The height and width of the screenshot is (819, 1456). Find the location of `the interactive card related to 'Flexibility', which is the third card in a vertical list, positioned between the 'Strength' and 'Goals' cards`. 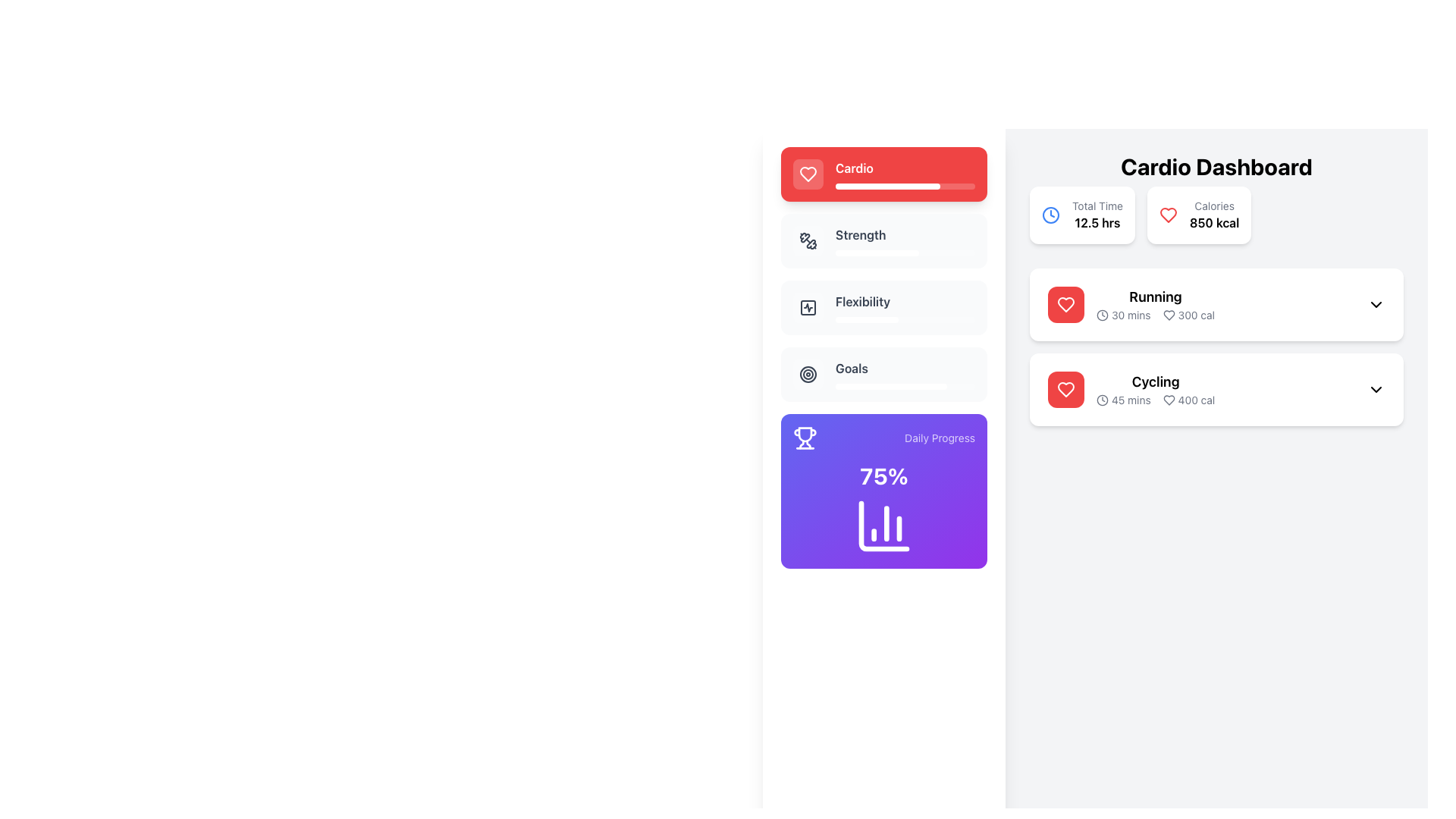

the interactive card related to 'Flexibility', which is the third card in a vertical list, positioned between the 'Strength' and 'Goals' cards is located at coordinates (884, 307).